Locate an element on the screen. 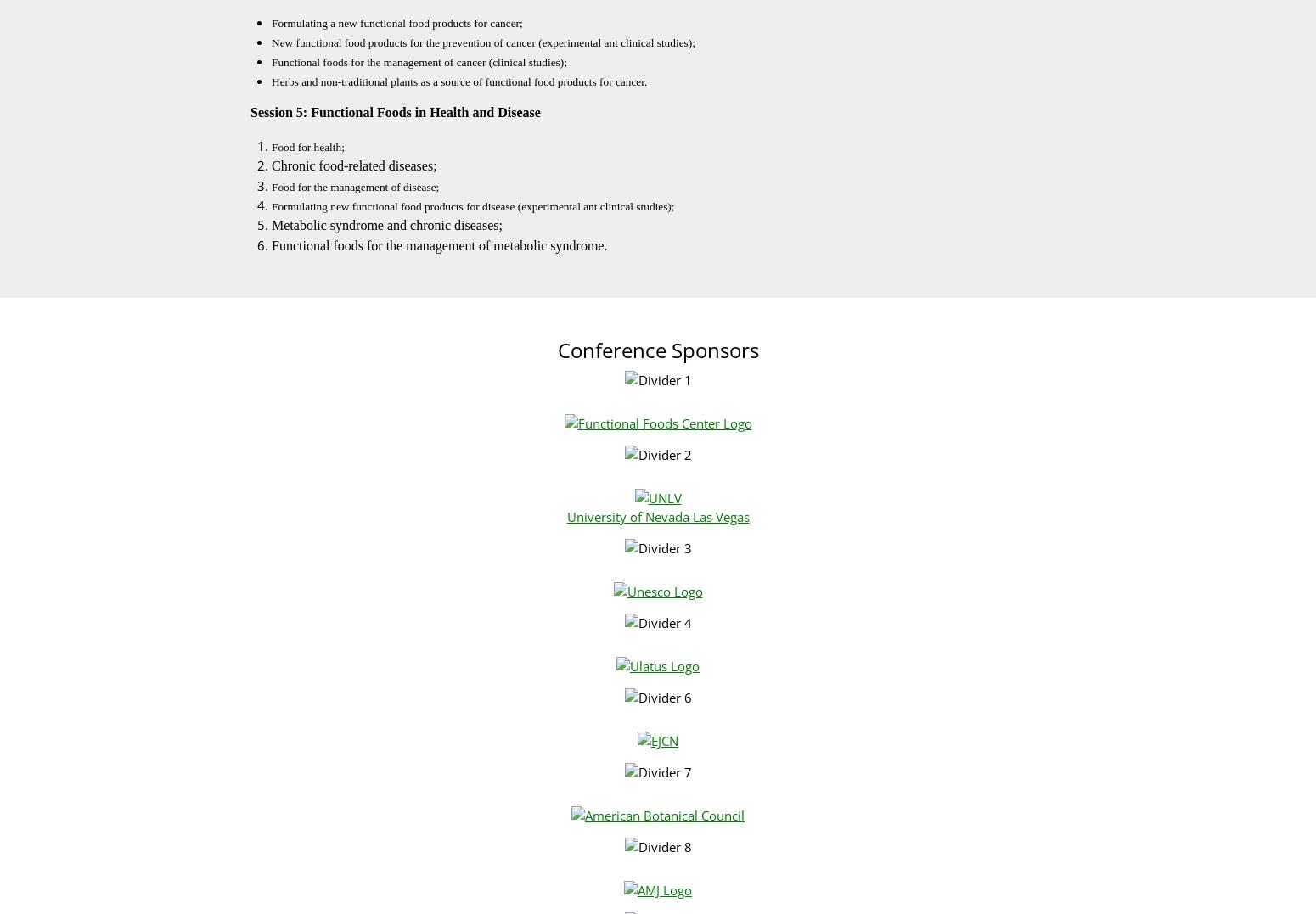  'Formulating a new functional food products for cancer;' is located at coordinates (271, 22).